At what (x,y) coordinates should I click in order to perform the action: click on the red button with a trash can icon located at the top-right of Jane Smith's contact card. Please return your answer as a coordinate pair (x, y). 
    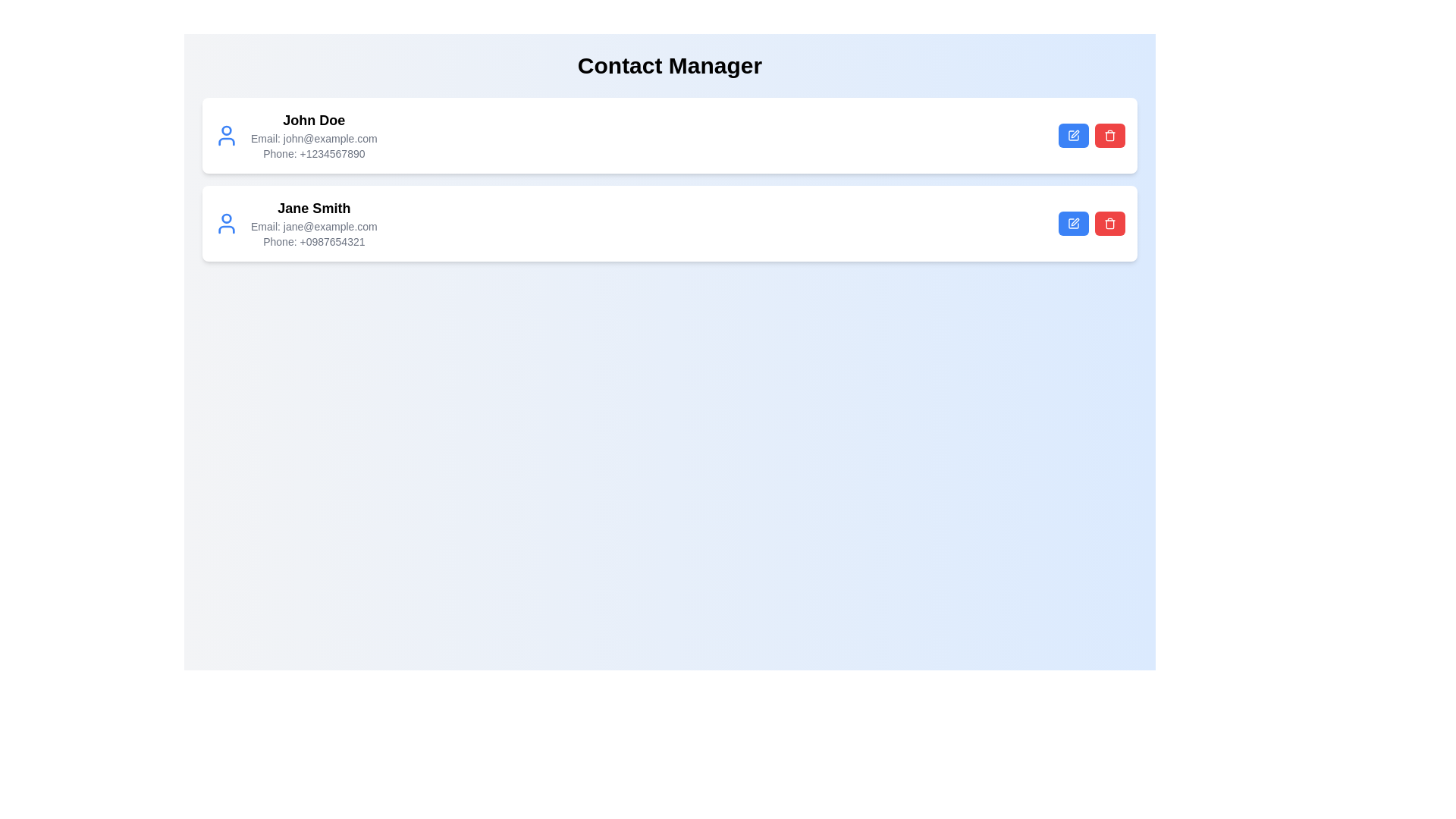
    Looking at the image, I should click on (1110, 223).